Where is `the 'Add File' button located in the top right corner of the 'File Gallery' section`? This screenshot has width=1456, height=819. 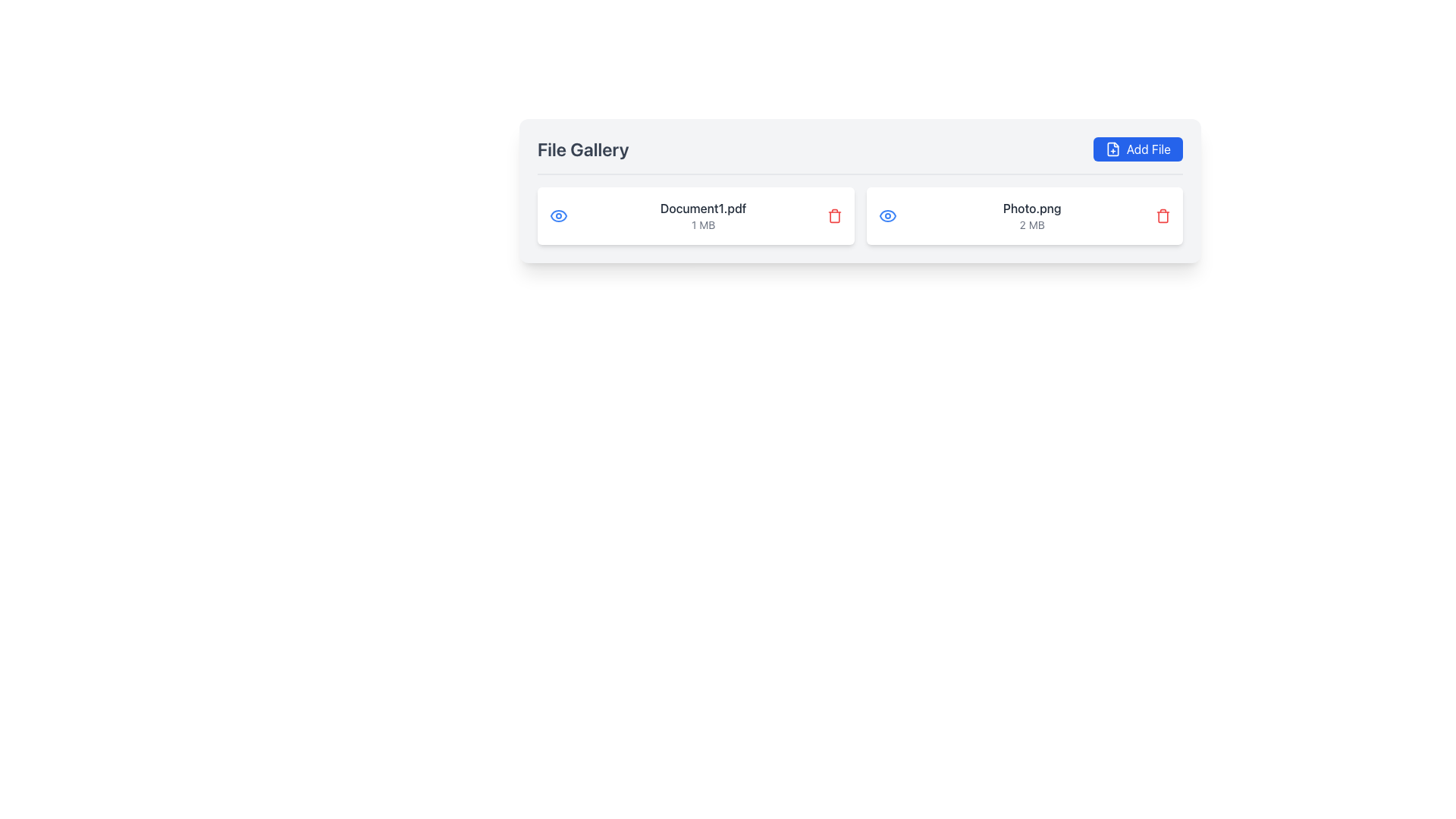 the 'Add File' button located in the top right corner of the 'File Gallery' section is located at coordinates (1137, 149).